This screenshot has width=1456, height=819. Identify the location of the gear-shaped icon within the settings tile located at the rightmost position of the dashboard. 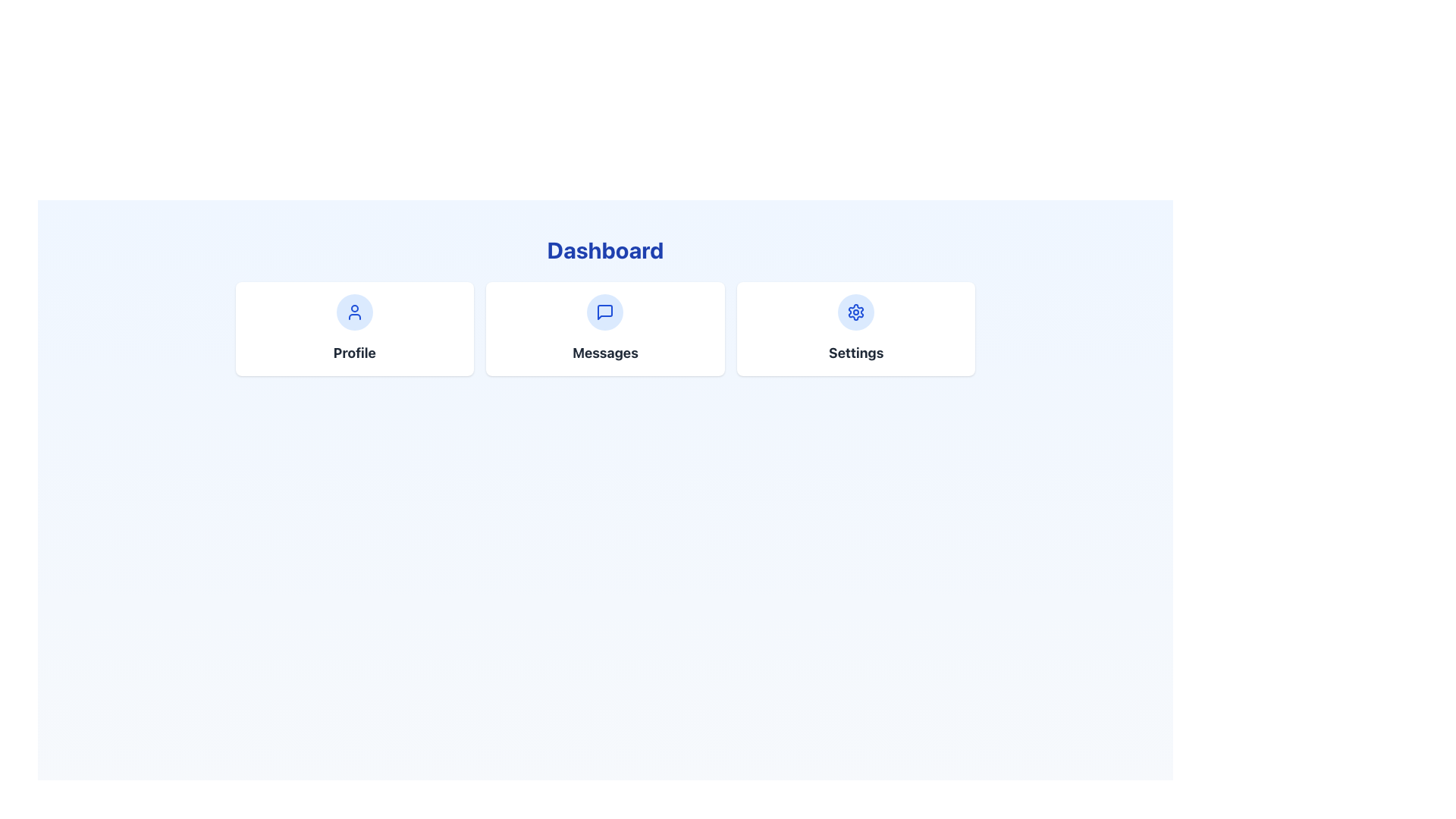
(856, 312).